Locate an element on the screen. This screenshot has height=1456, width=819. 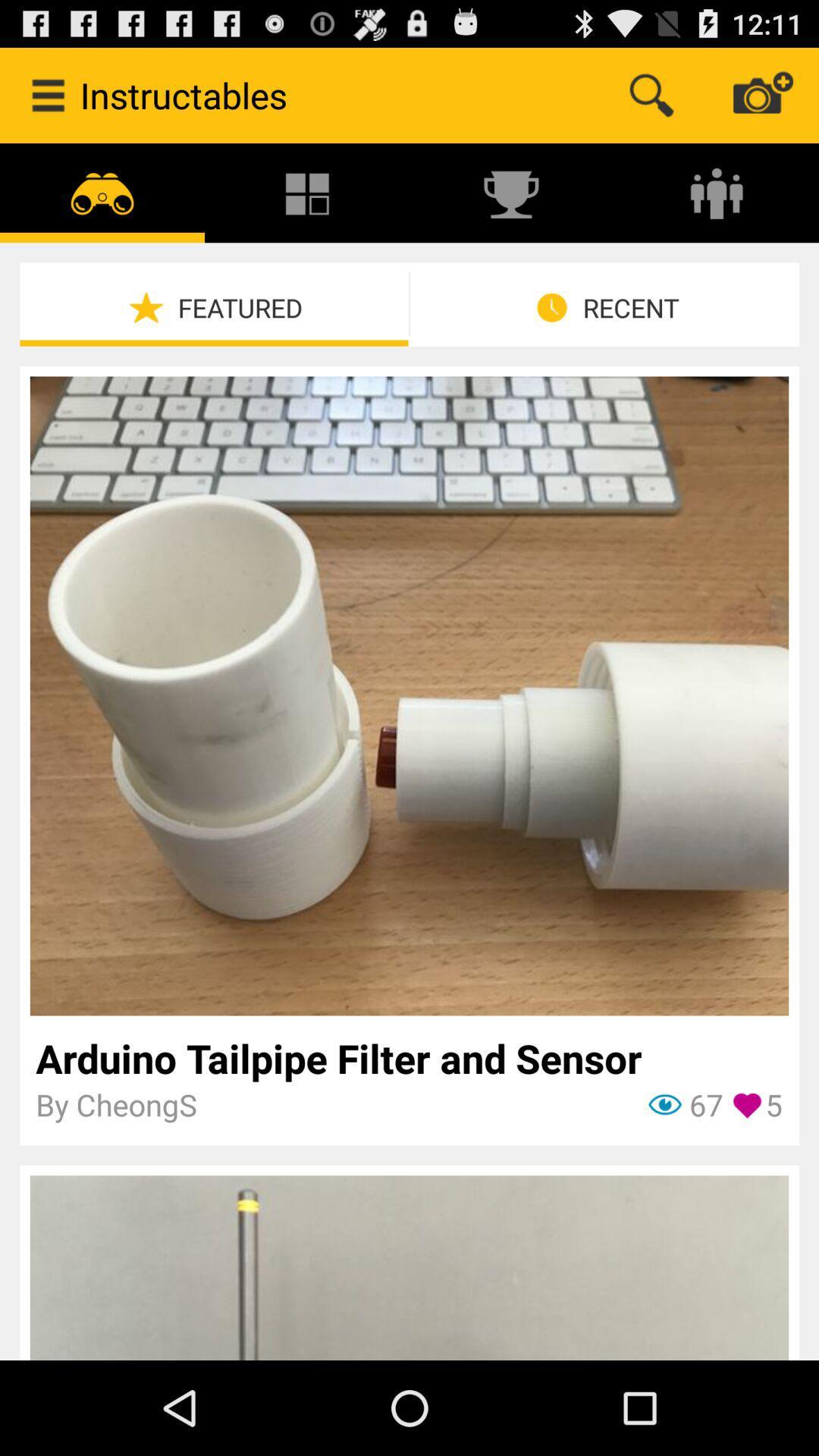
the item above the featured item is located at coordinates (512, 192).